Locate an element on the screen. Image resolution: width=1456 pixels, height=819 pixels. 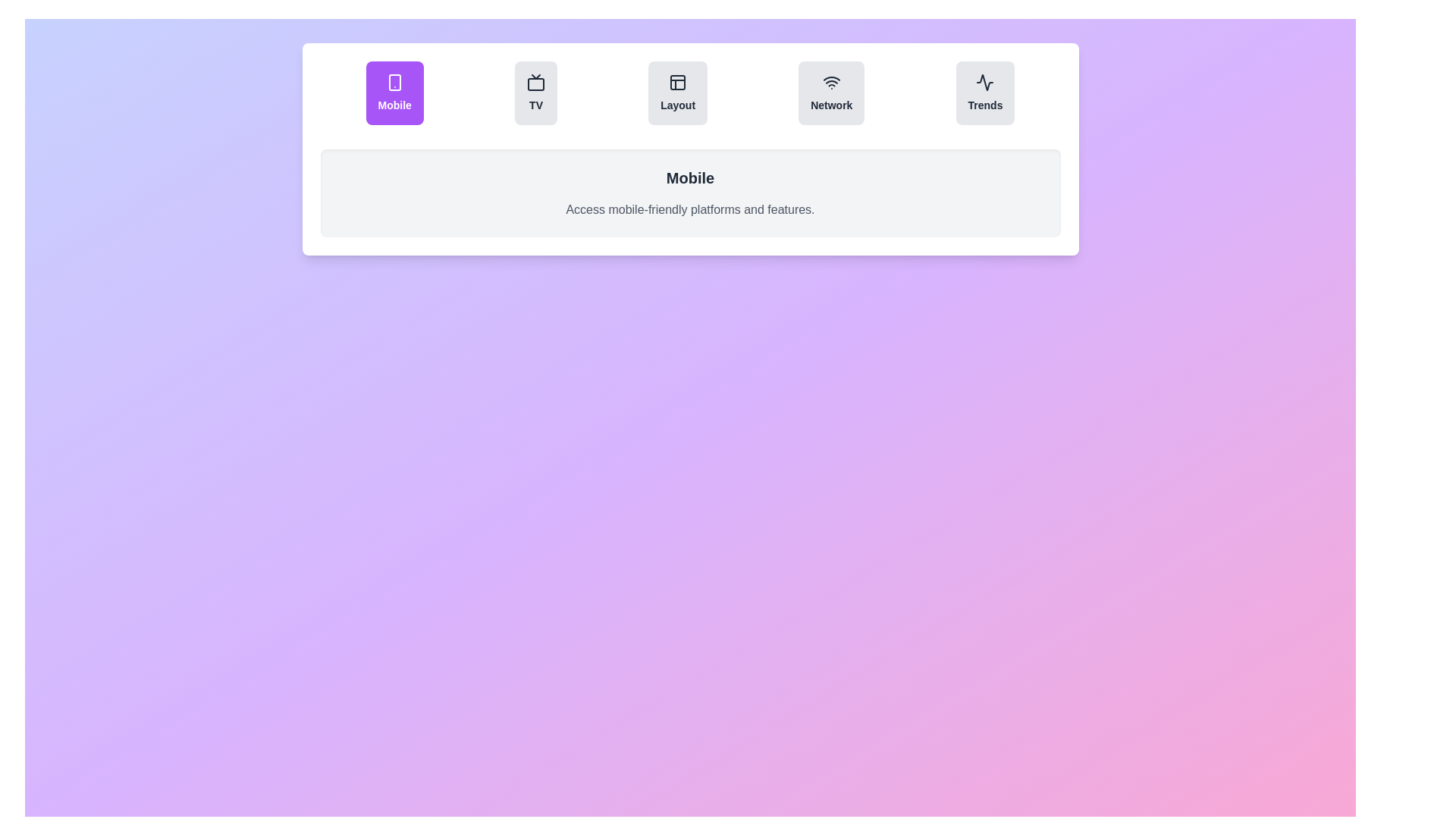
the navigation bar or category selector located at the top of the white card-like box for accessibility navigation is located at coordinates (689, 93).